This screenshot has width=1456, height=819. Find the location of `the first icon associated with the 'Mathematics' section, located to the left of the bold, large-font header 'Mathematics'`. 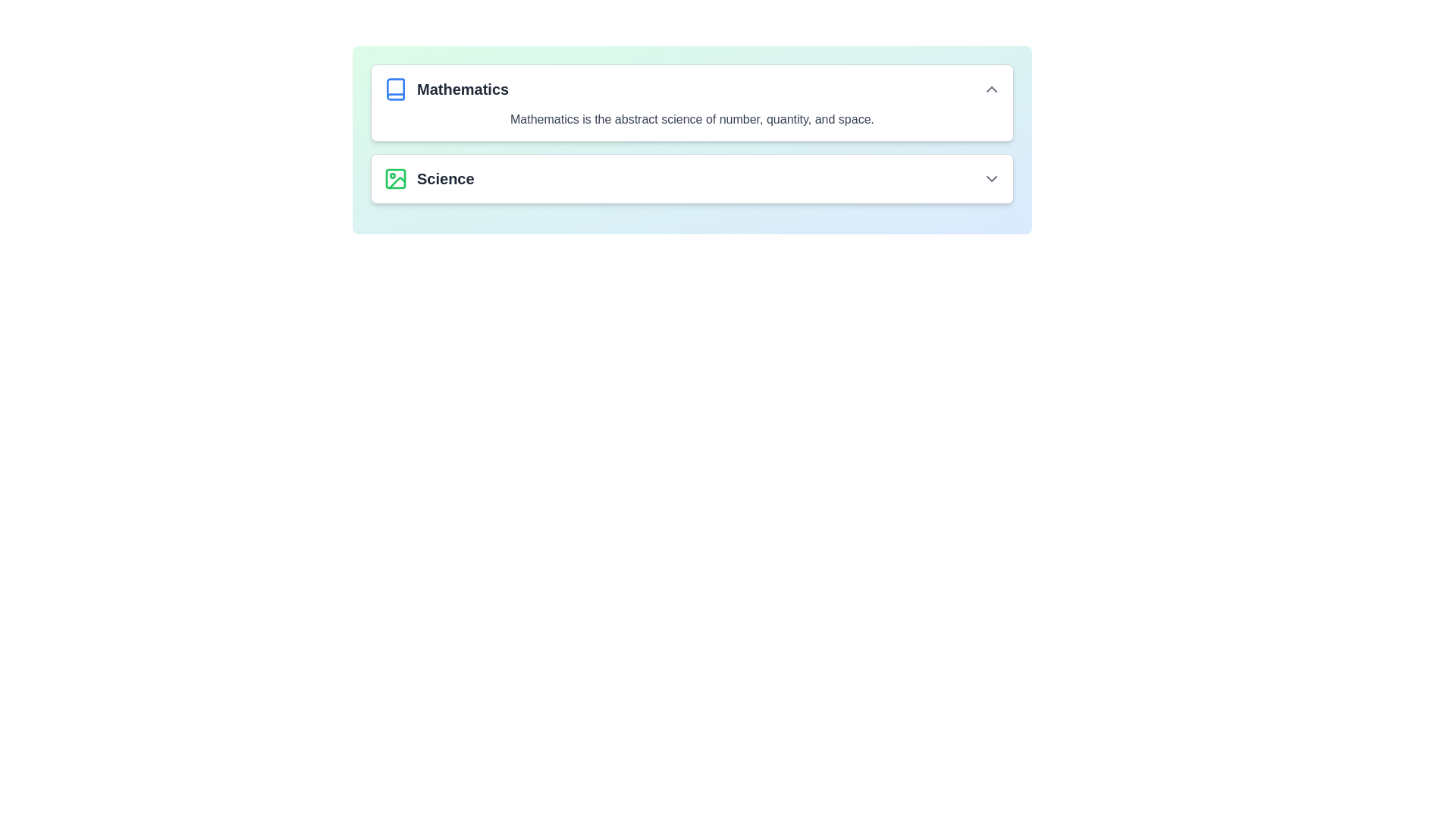

the first icon associated with the 'Mathematics' section, located to the left of the bold, large-font header 'Mathematics' is located at coordinates (396, 89).